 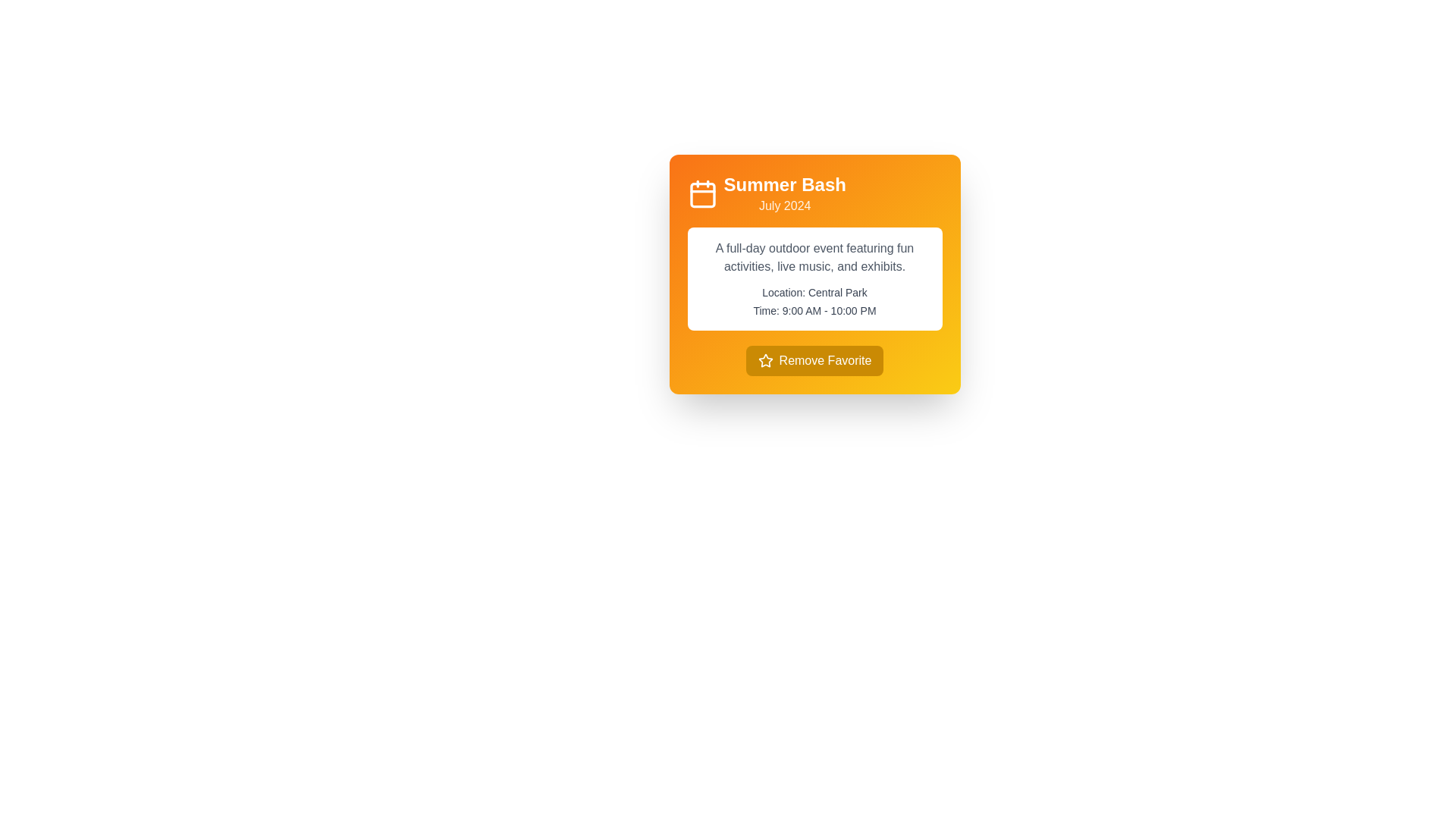 I want to click on the 'Remove Favorite' button with a yellow background and a white star icon to observe its styling change, so click(x=814, y=360).